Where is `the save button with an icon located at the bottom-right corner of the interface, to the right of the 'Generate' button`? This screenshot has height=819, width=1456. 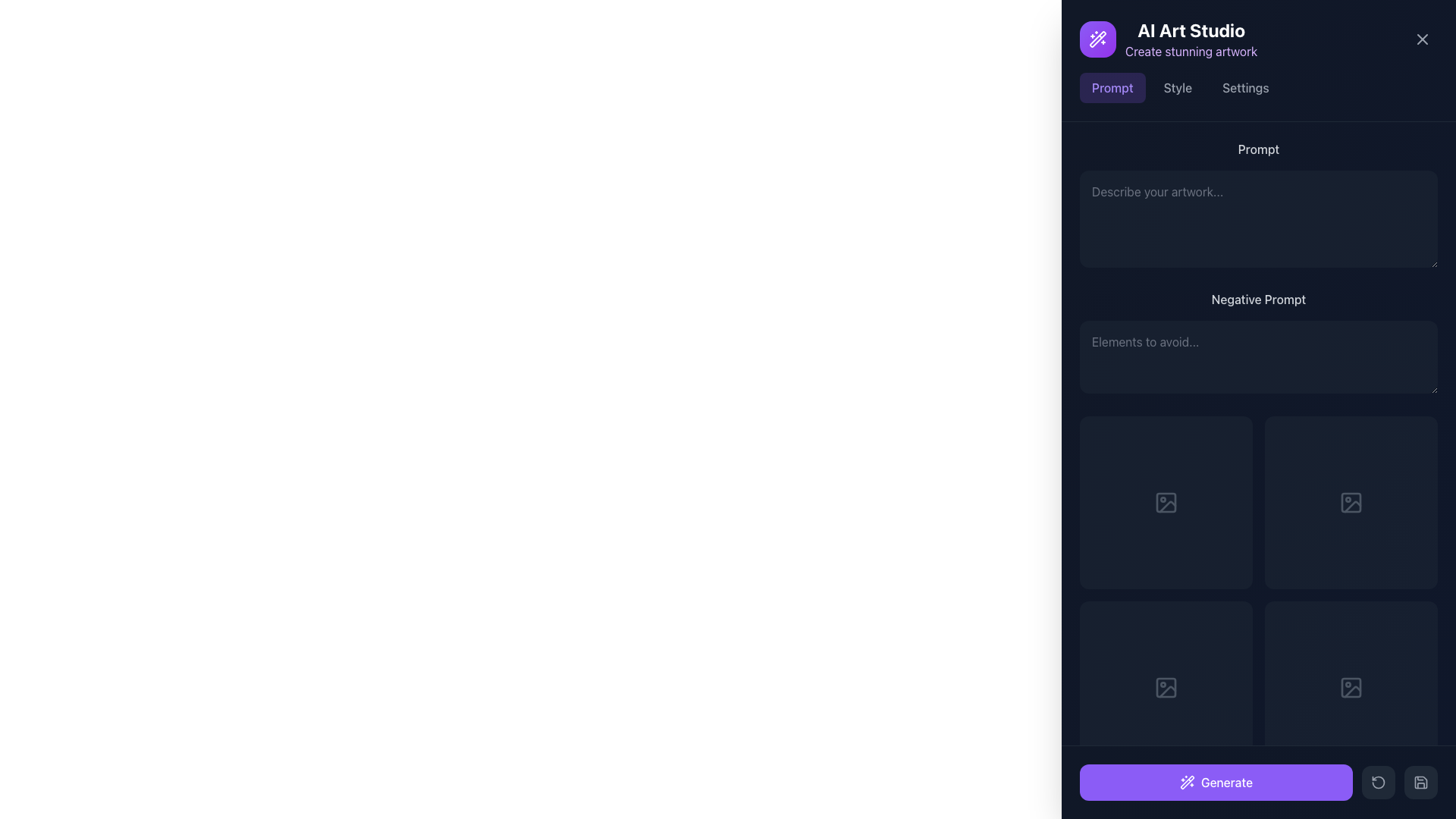 the save button with an icon located at the bottom-right corner of the interface, to the right of the 'Generate' button is located at coordinates (1420, 783).